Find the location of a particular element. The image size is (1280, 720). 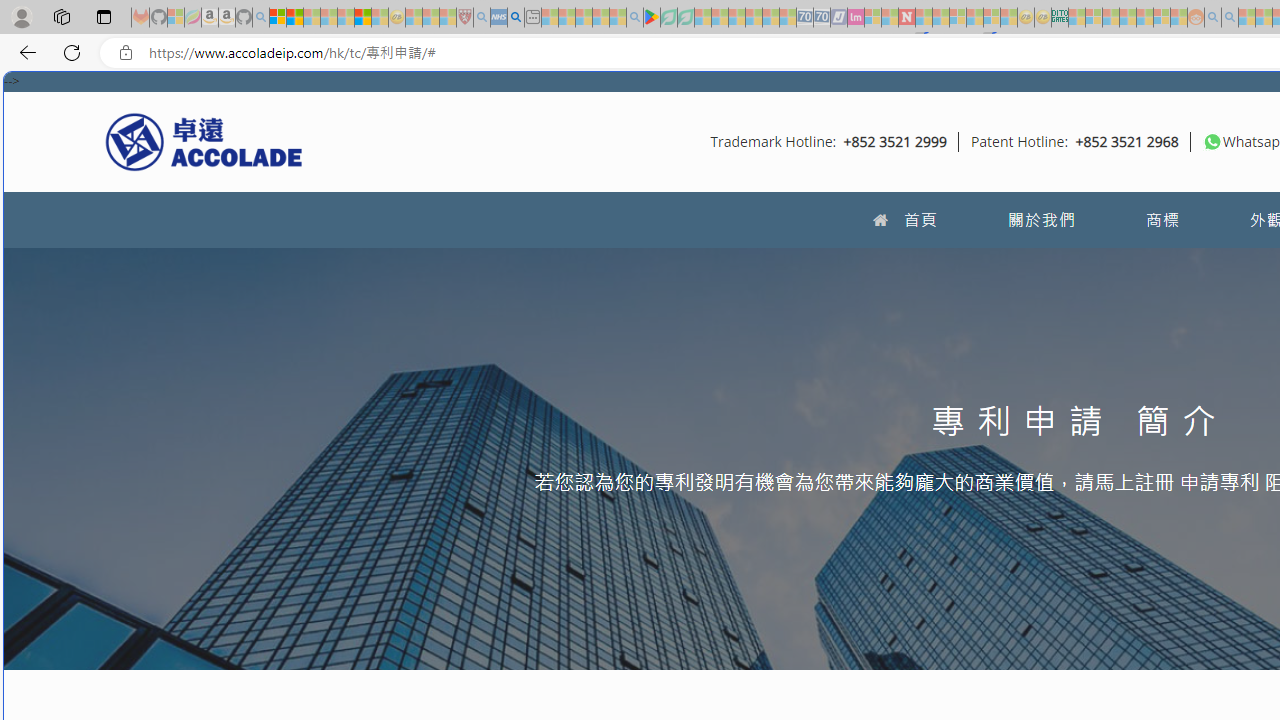

'google - Search - Sleeping' is located at coordinates (633, 17).